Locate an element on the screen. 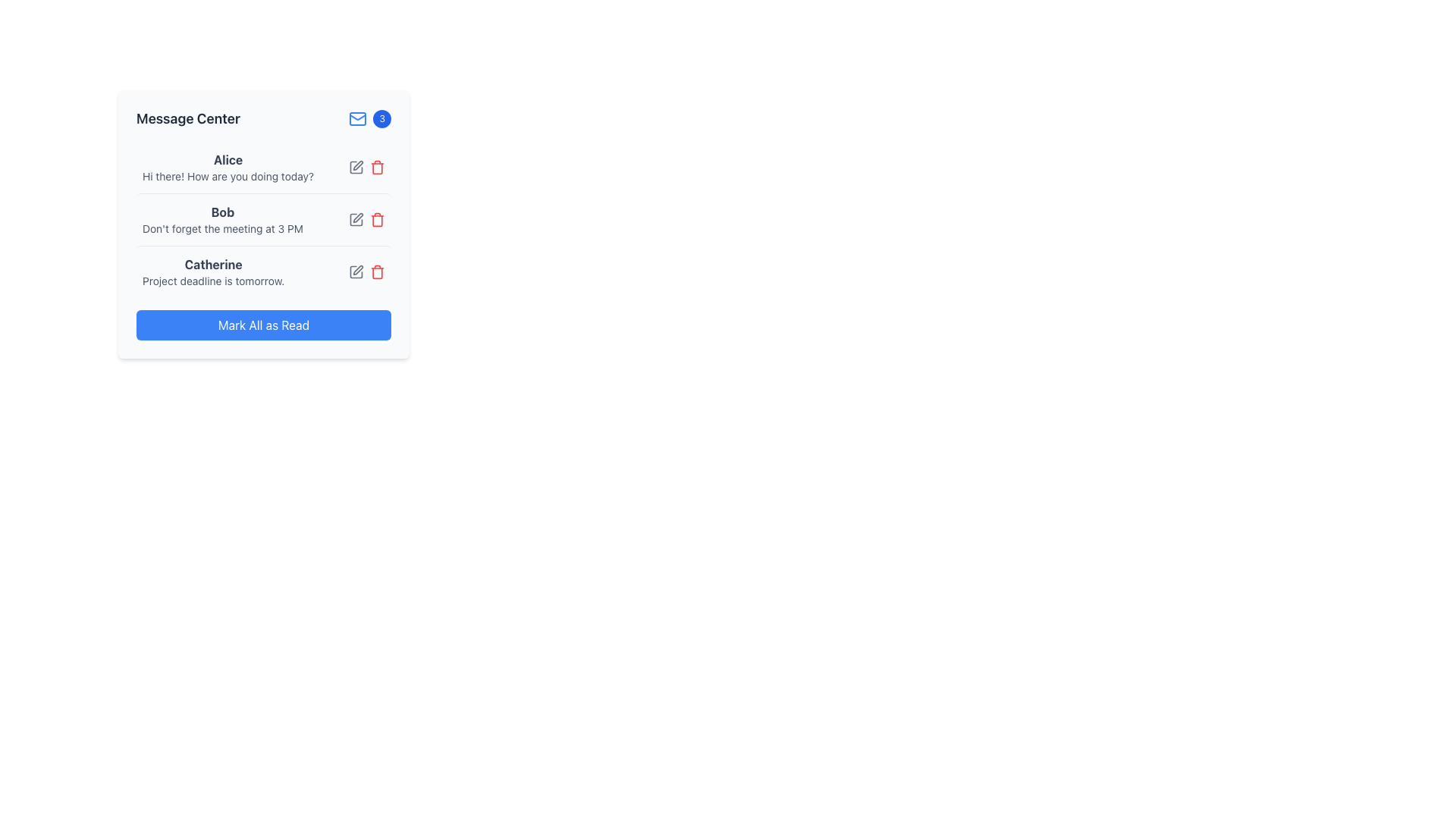  the edit button icon next to Bob's message to change its color is located at coordinates (357, 218).